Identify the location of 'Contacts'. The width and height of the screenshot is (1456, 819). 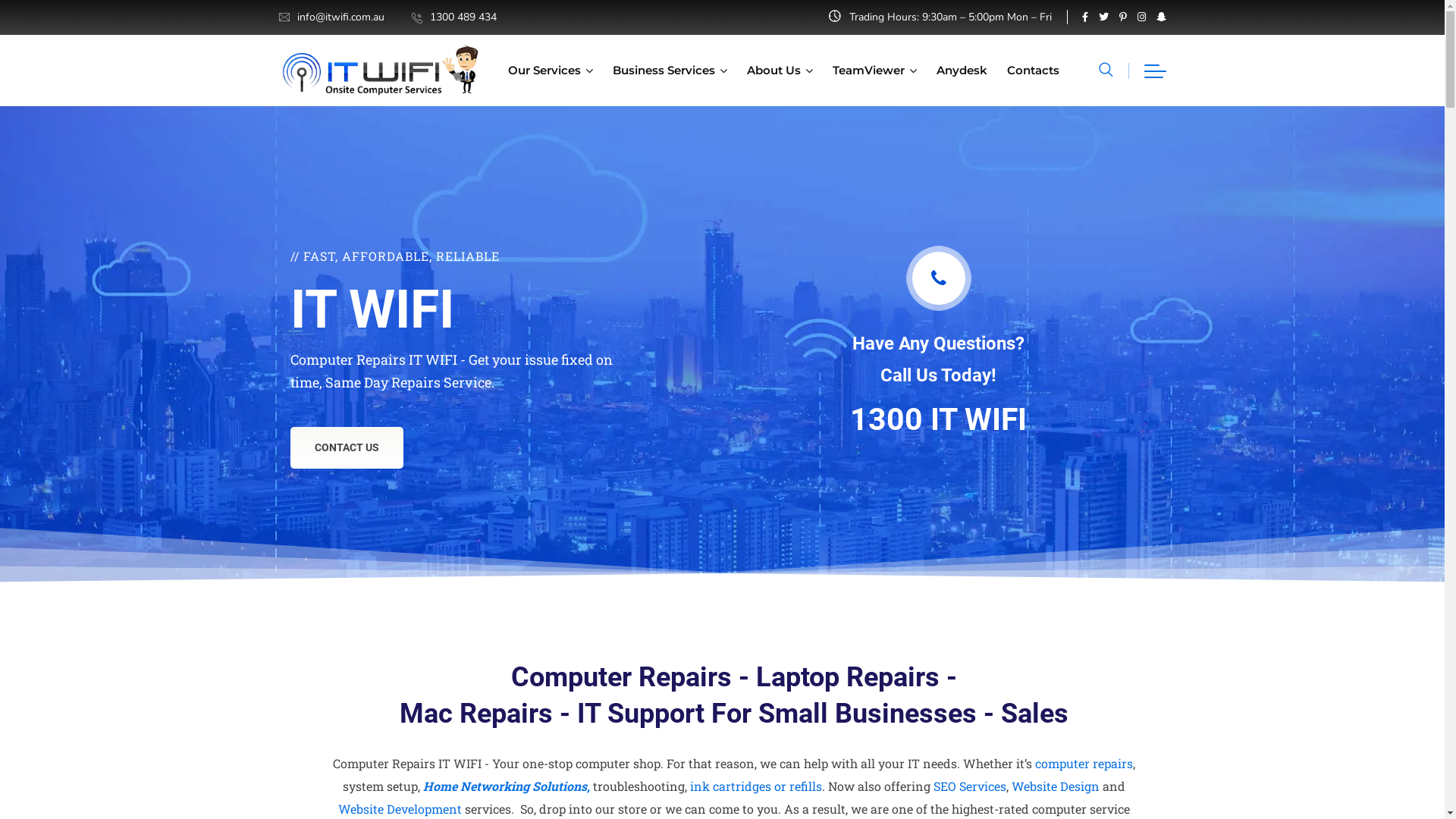
(1032, 70).